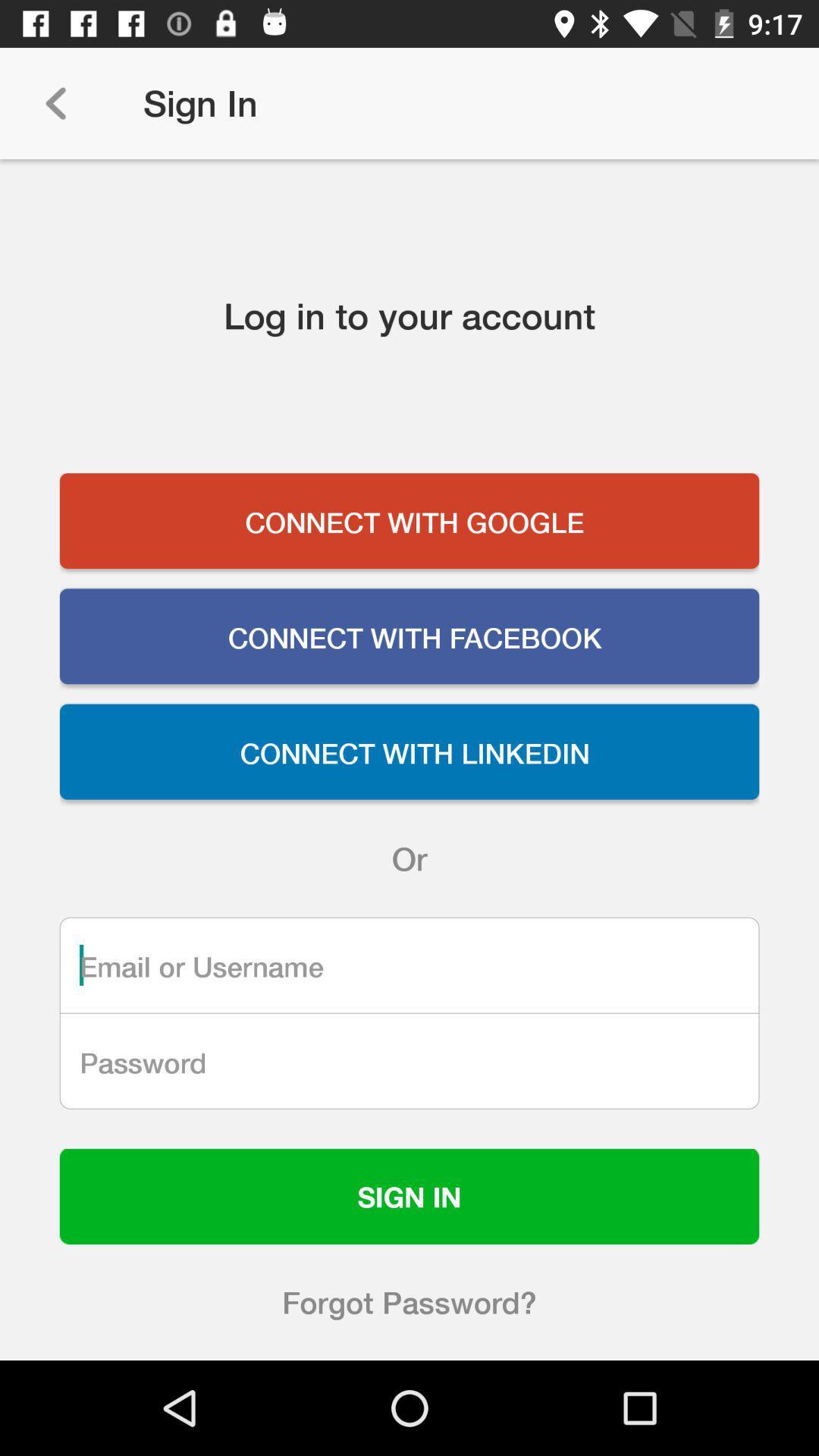 This screenshot has width=819, height=1456. Describe the element at coordinates (409, 964) in the screenshot. I see `the item below or icon` at that location.